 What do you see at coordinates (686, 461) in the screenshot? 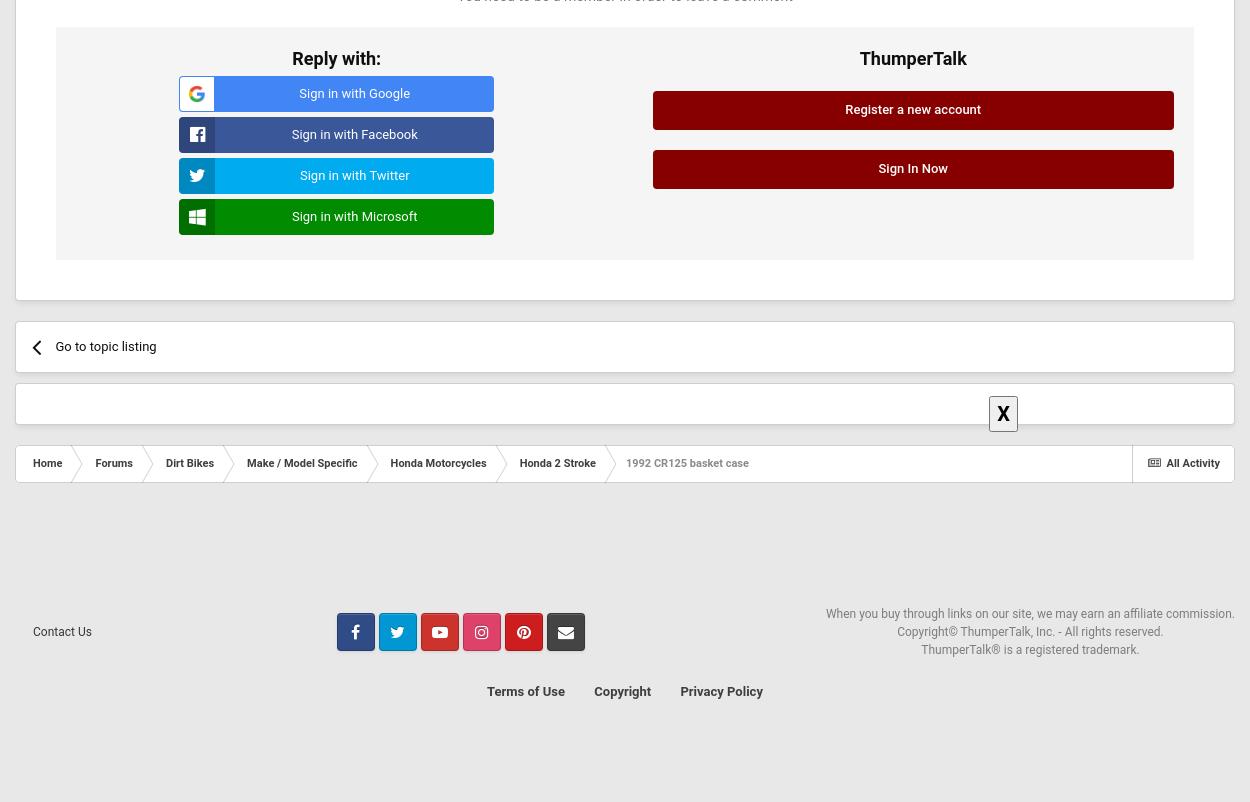
I see `'1992 CR125 basket case'` at bounding box center [686, 461].